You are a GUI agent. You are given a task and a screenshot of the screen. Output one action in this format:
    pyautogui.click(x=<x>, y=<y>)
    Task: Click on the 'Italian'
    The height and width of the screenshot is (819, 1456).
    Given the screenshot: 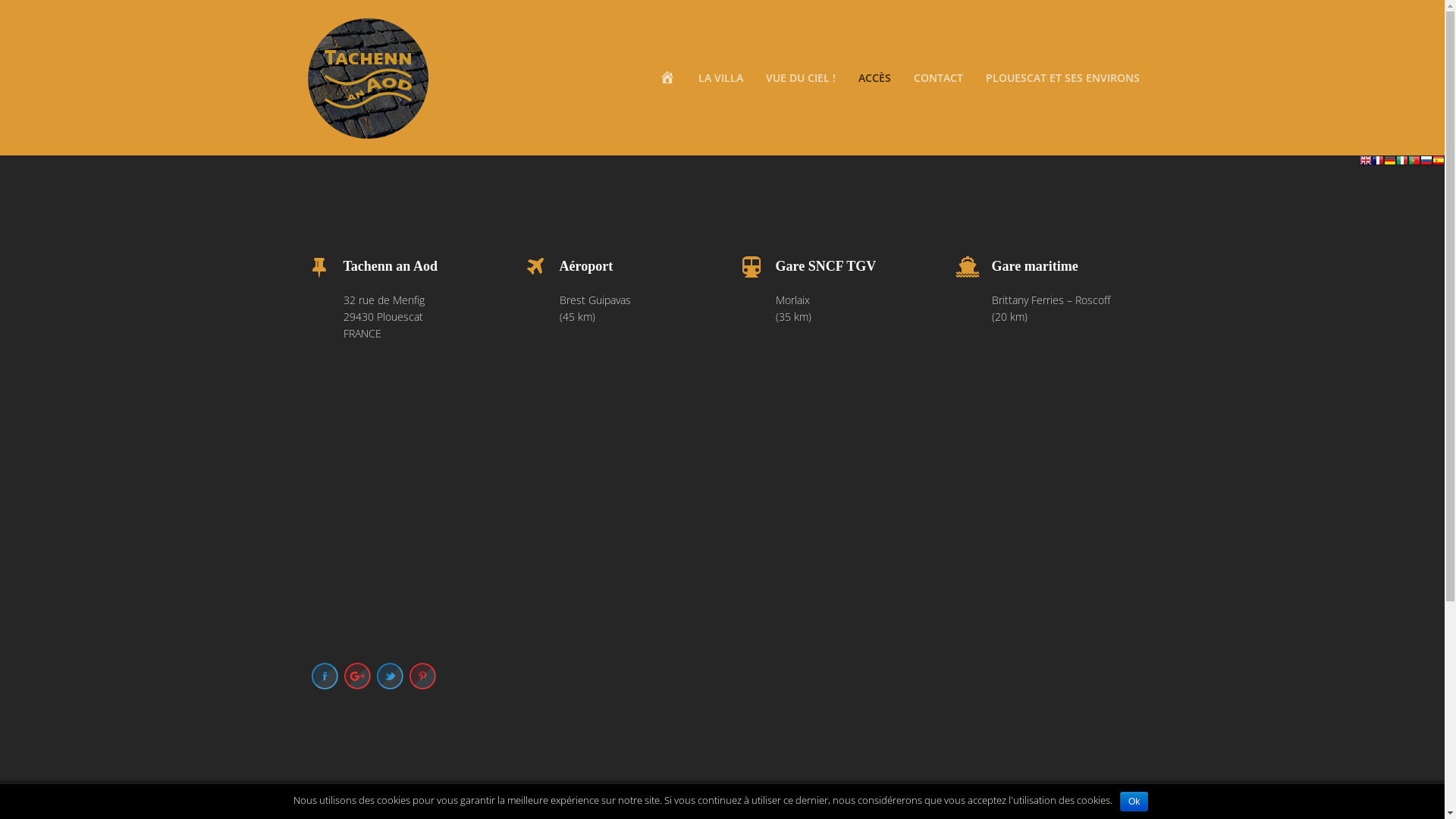 What is the action you would take?
    pyautogui.click(x=1401, y=164)
    